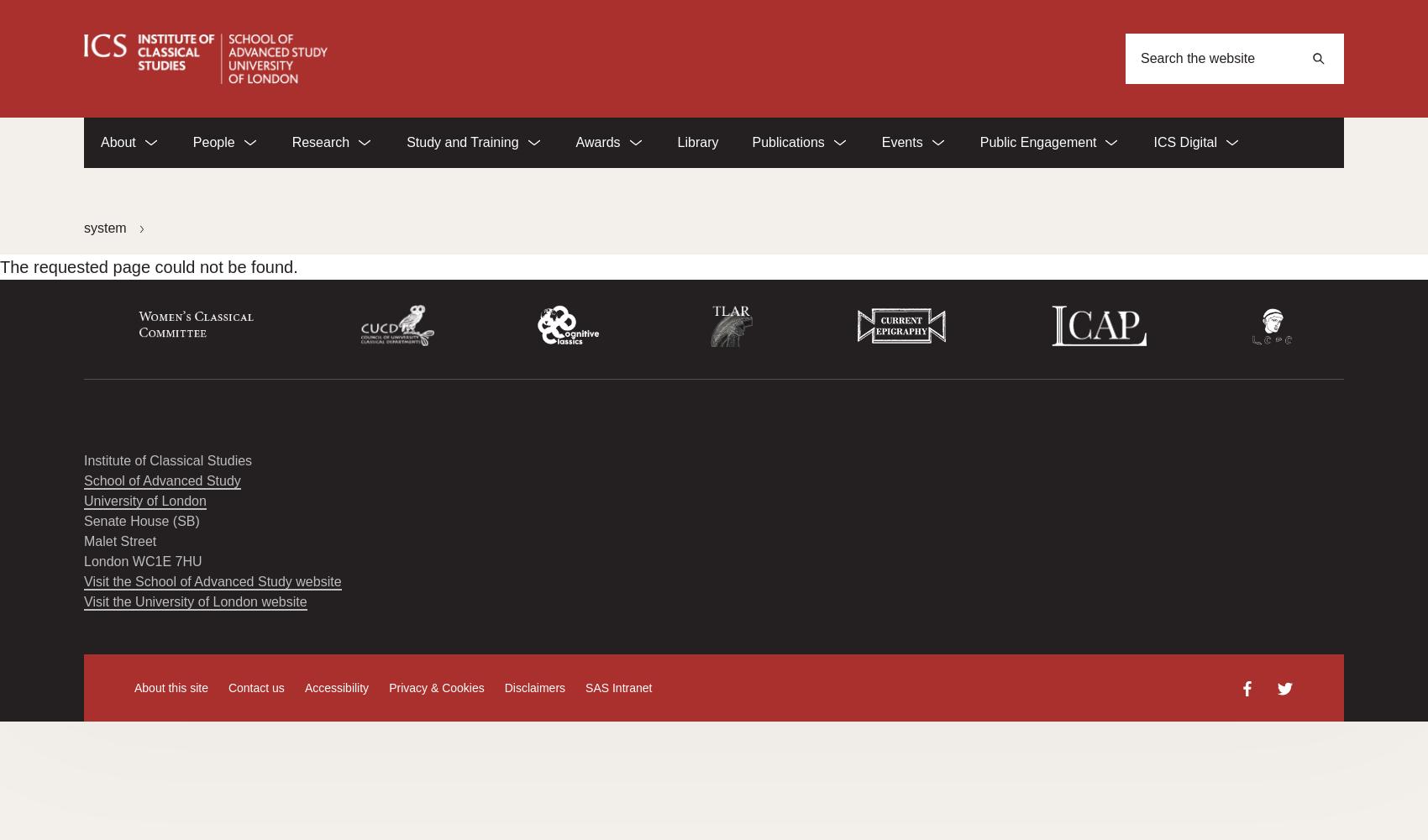  Describe the element at coordinates (788, 142) in the screenshot. I see `'Publications'` at that location.